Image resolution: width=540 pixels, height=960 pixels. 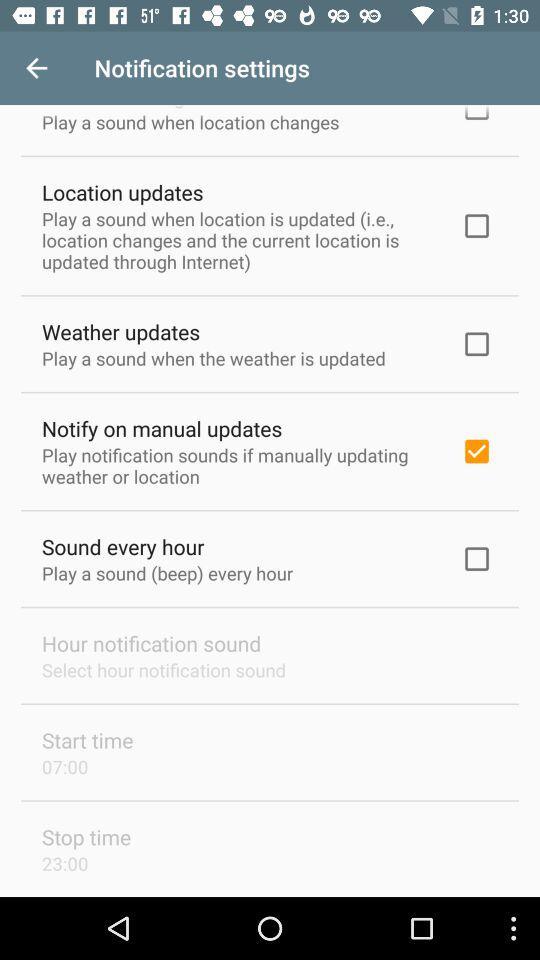 I want to click on icon above the play notification sounds icon, so click(x=161, y=428).